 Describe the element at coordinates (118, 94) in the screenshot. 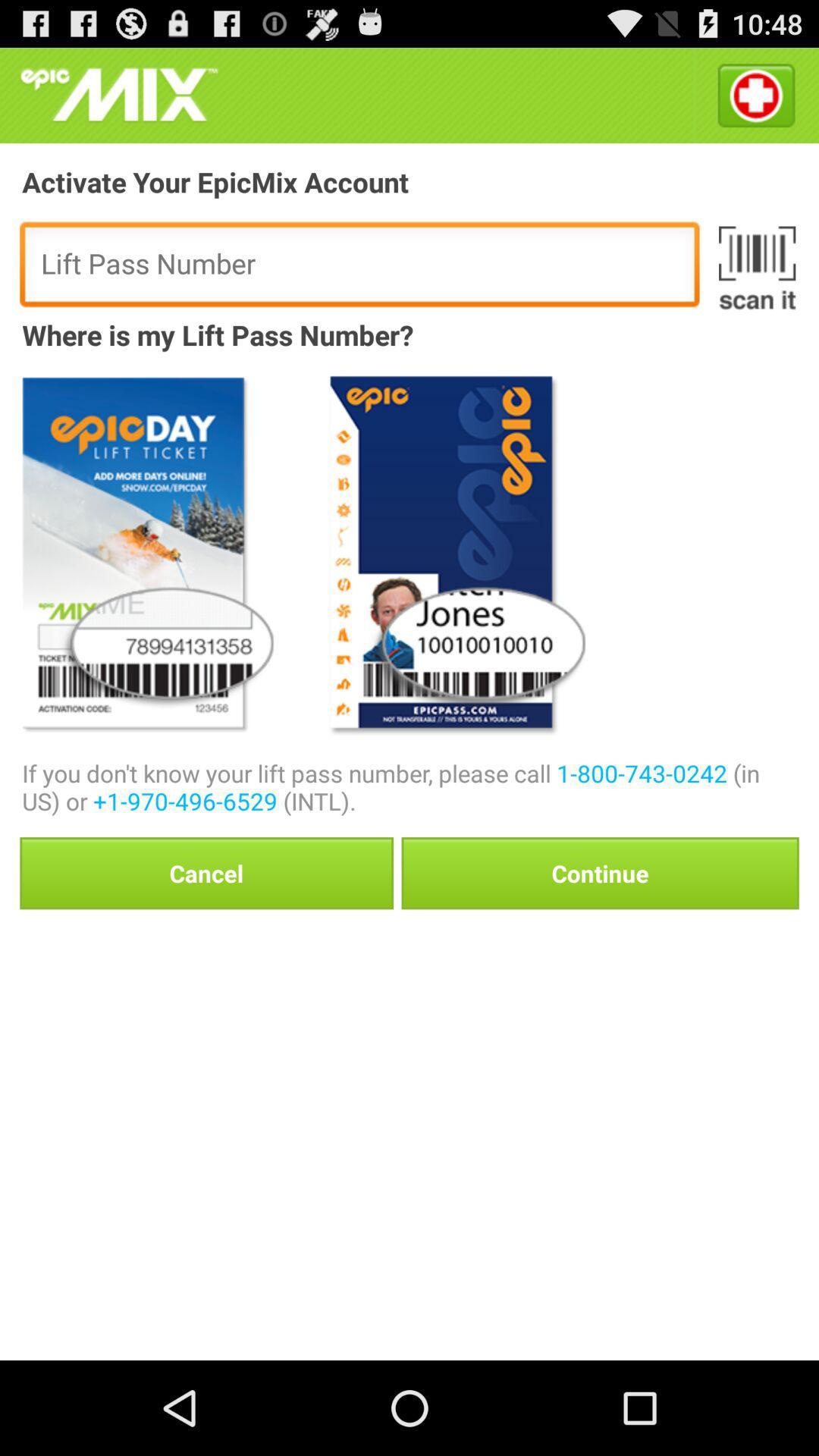

I see `item above the activate your epicmix item` at that location.